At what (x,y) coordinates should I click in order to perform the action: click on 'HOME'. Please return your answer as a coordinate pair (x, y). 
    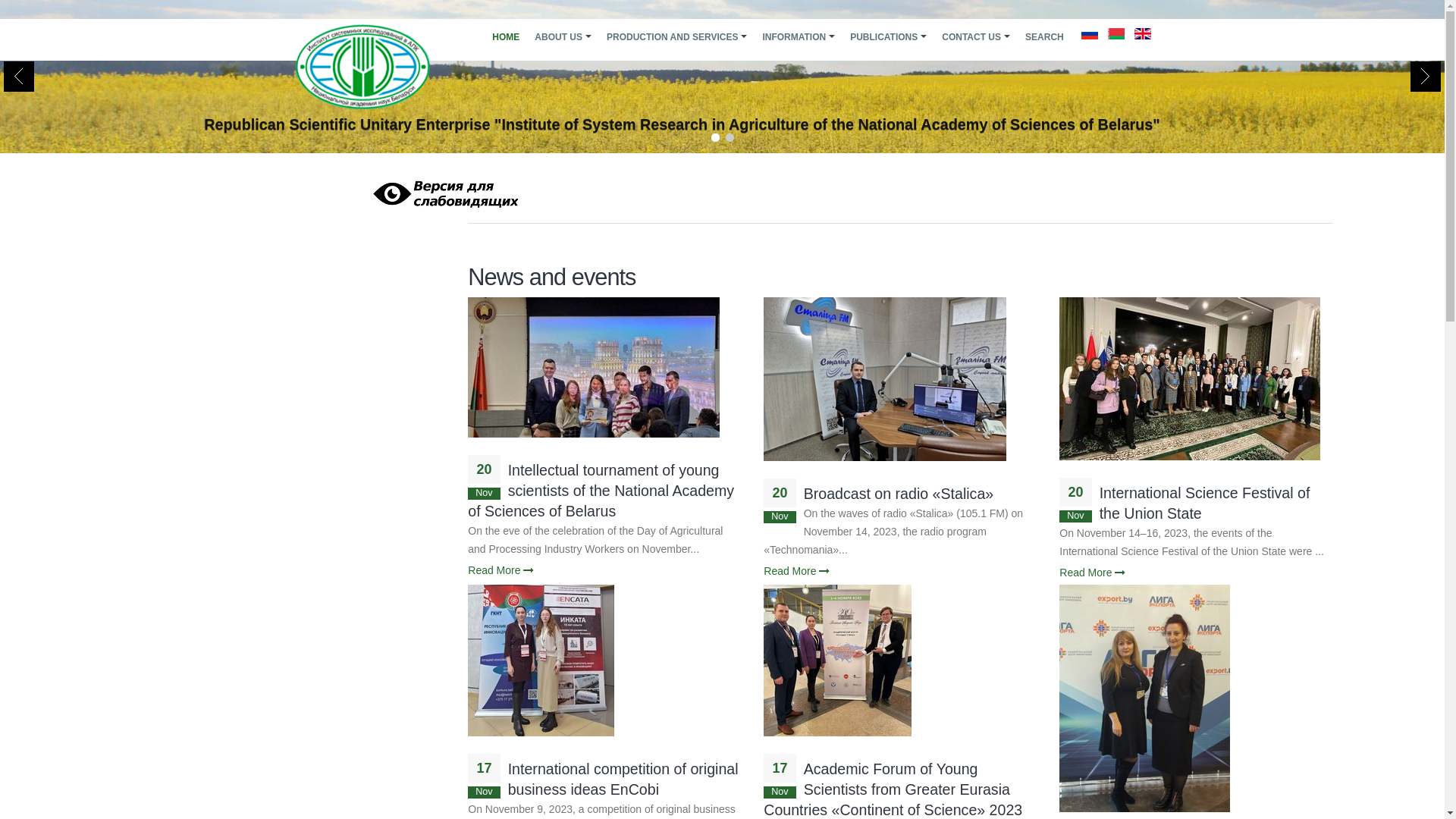
    Looking at the image, I should click on (506, 36).